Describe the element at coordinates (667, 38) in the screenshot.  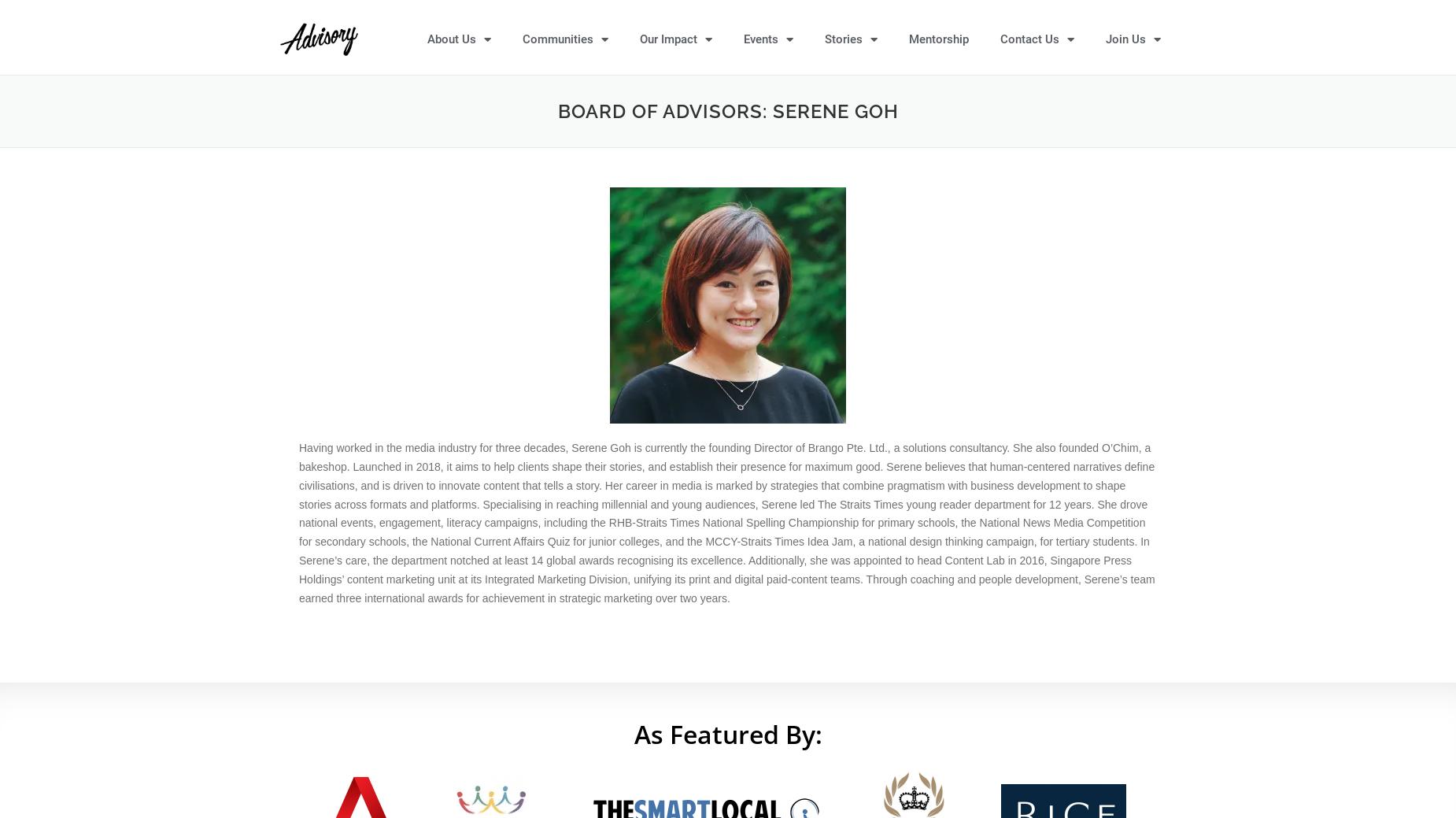
I see `'Our Impact'` at that location.